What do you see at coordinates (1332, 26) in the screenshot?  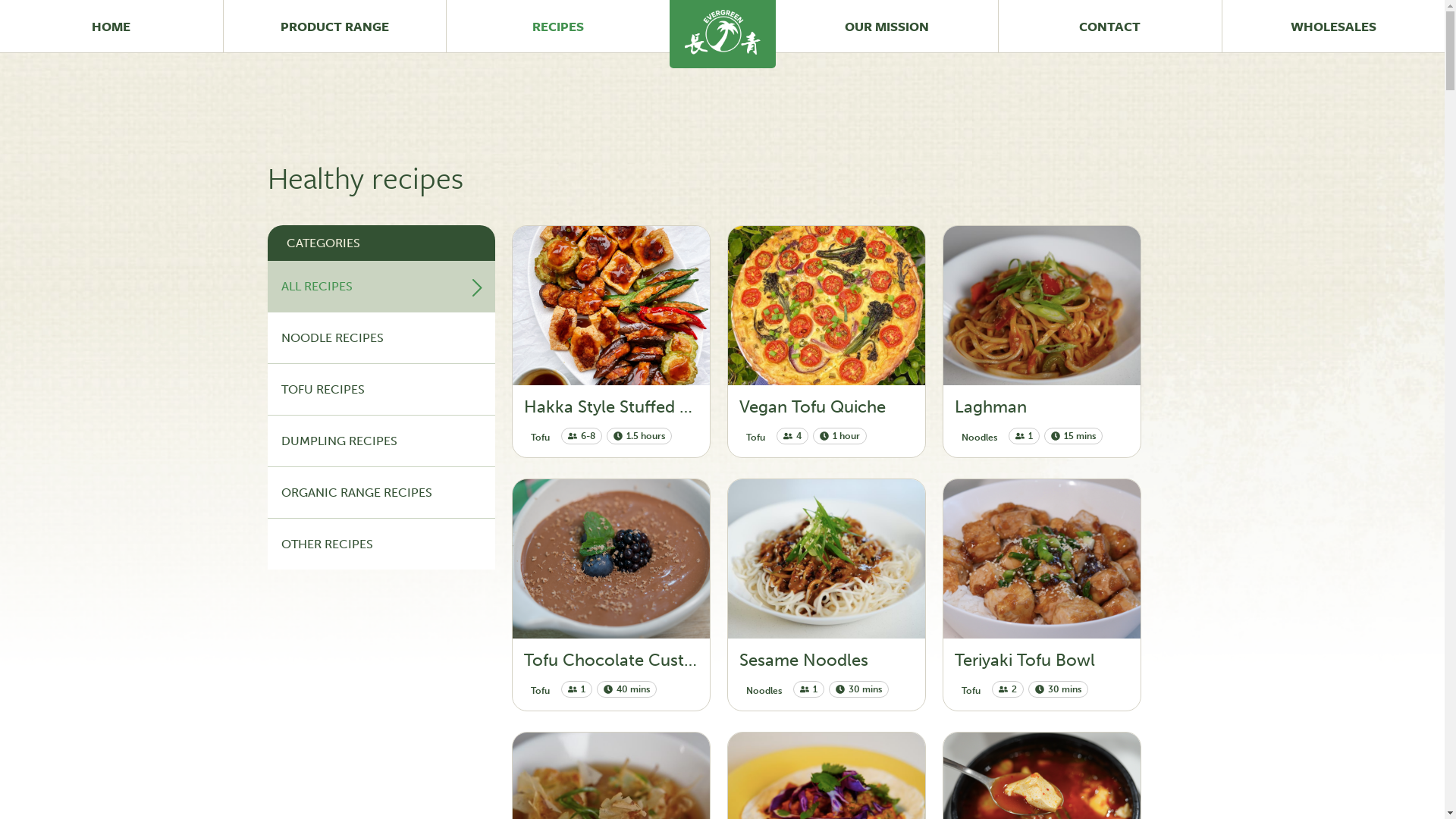 I see `'WHOLESALES'` at bounding box center [1332, 26].